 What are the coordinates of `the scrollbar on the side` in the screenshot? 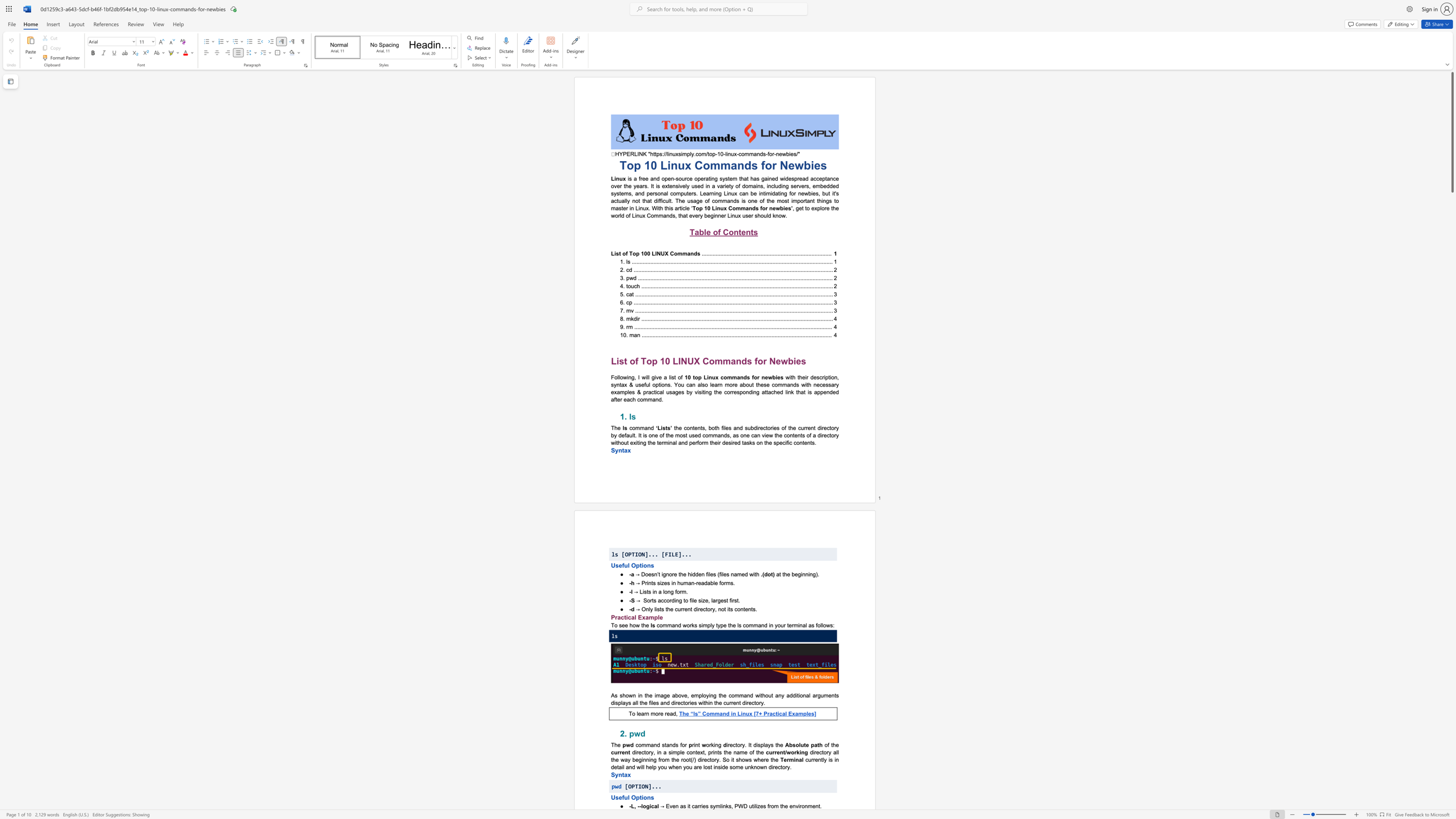 It's located at (1451, 575).